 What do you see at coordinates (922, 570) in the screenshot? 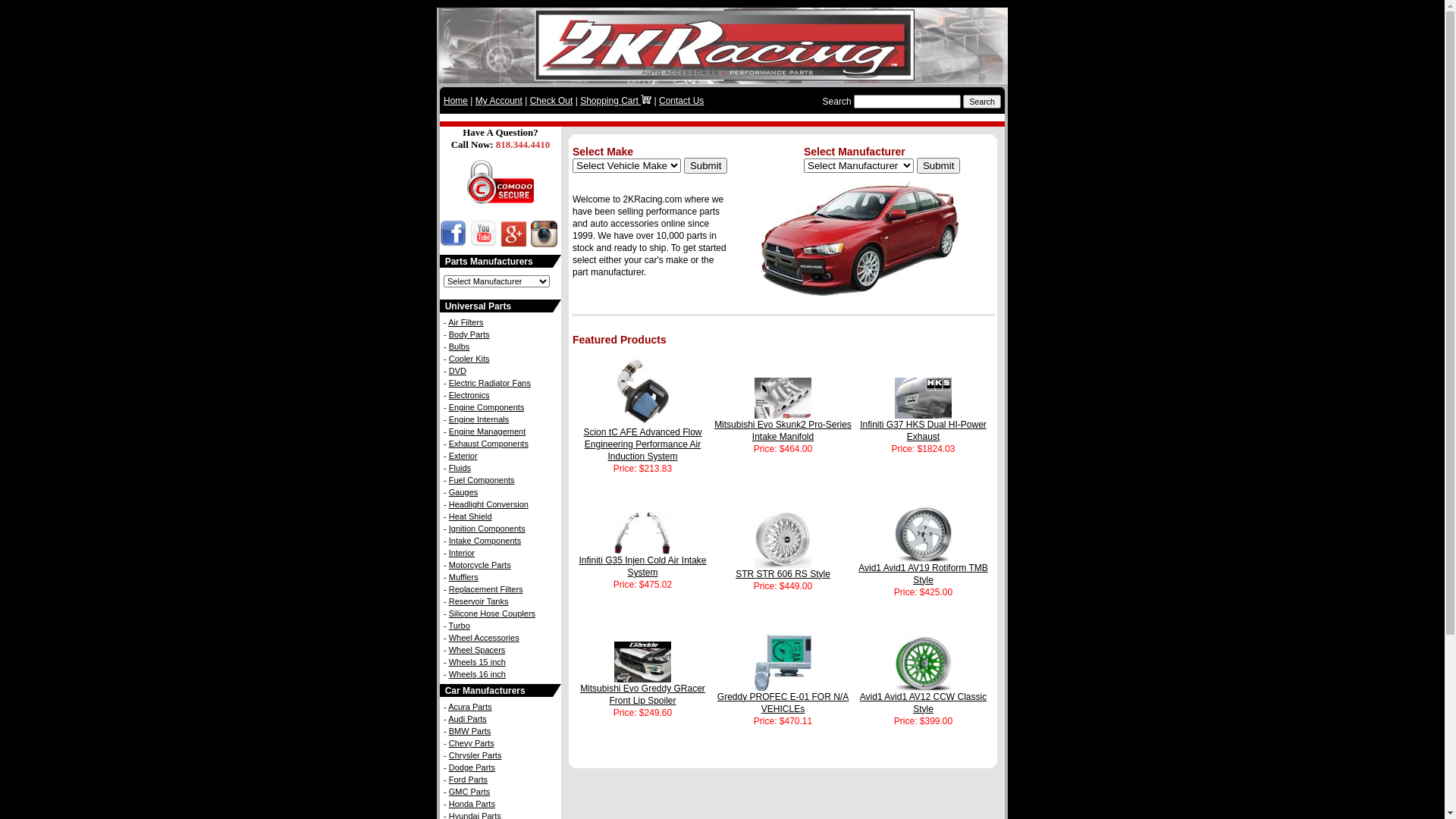
I see `'Avid1 Avid1 AV19 Rotiform TMB Style'` at bounding box center [922, 570].